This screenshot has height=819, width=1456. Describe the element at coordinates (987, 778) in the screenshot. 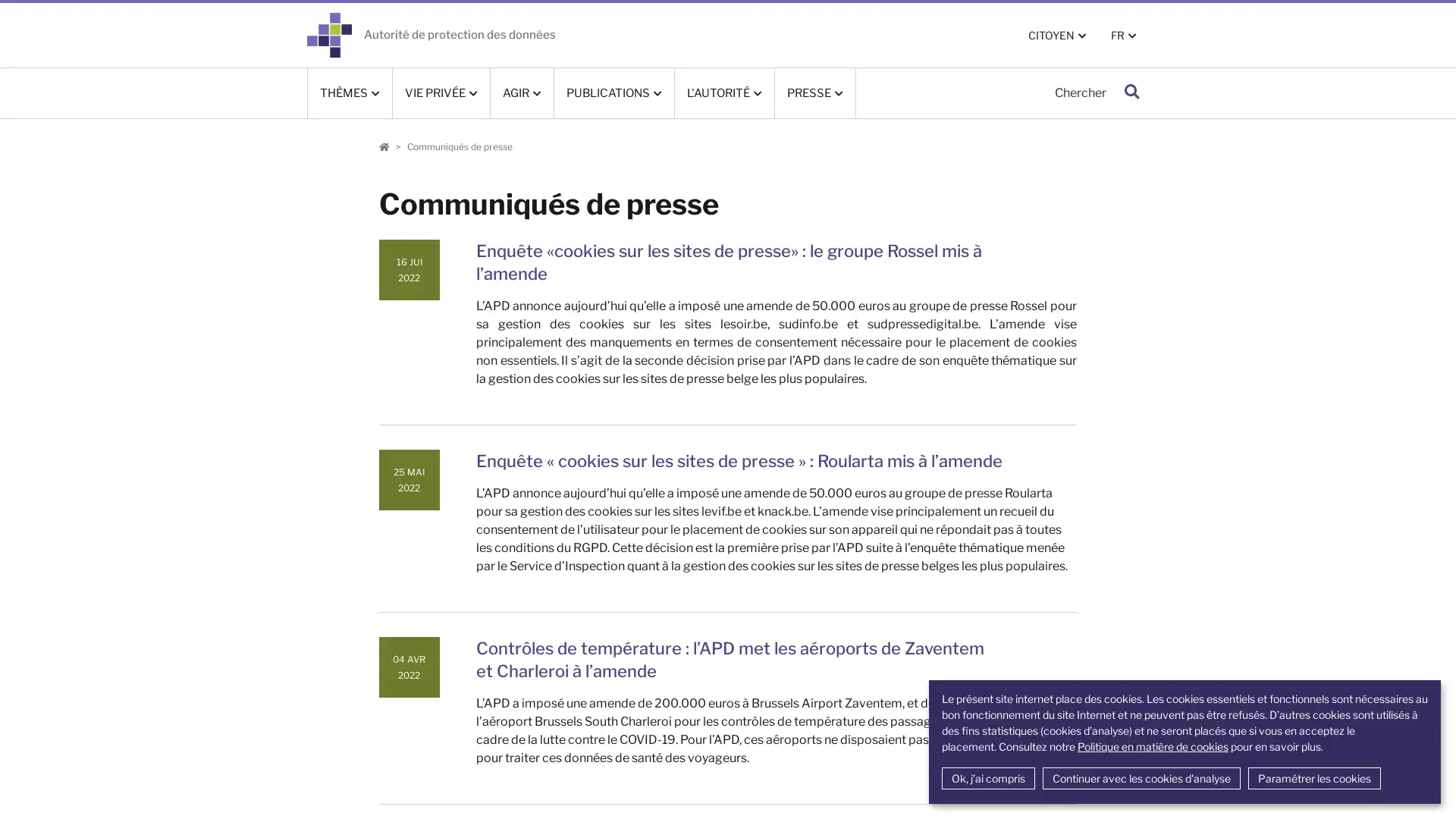

I see `Ok, jai compris` at that location.